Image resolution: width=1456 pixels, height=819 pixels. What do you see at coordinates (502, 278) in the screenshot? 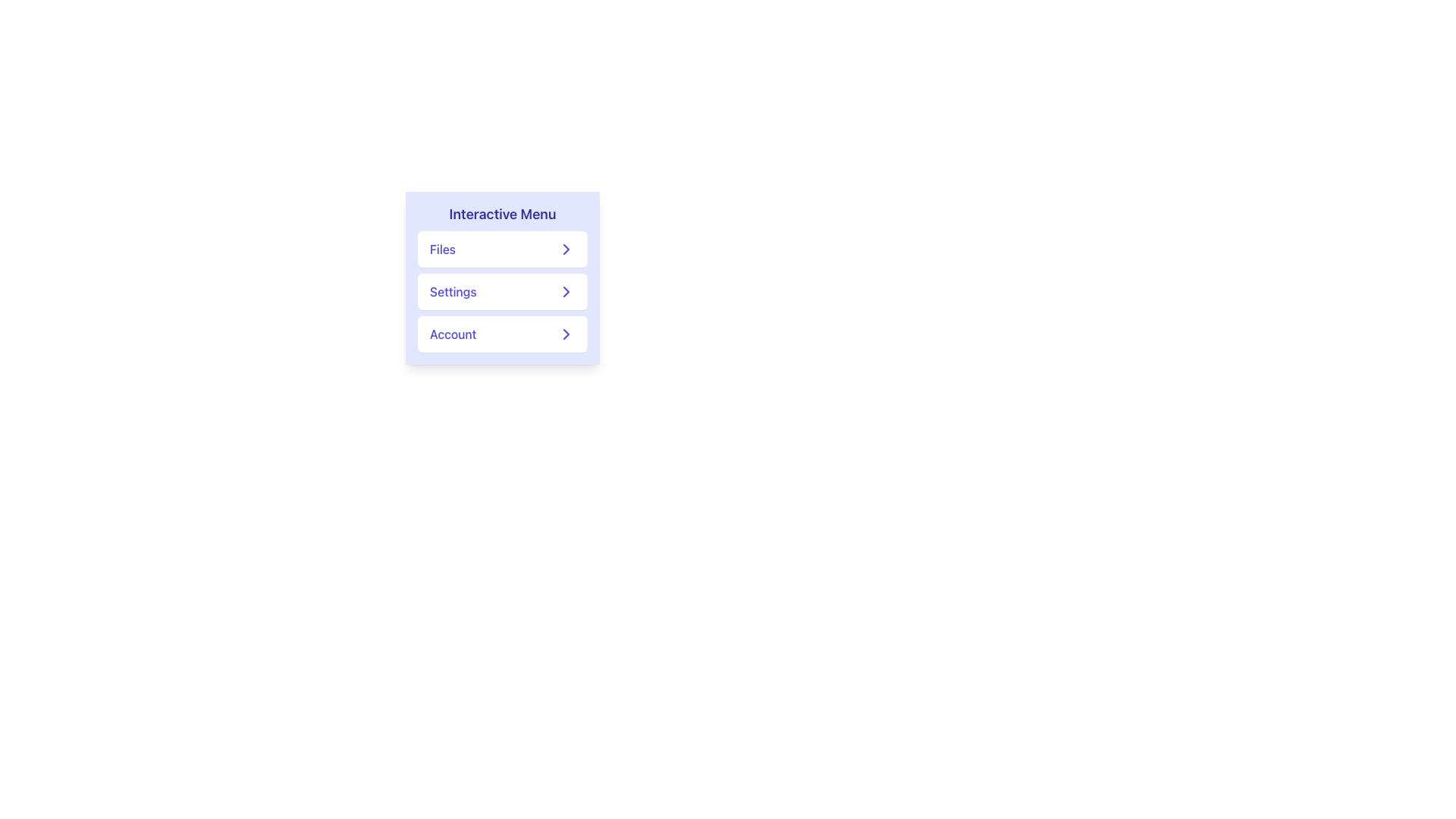
I see `the 'Settings' interactive button located in the vertical 'Interactive Menu', positioned between 'Files' and 'Account'` at bounding box center [502, 278].